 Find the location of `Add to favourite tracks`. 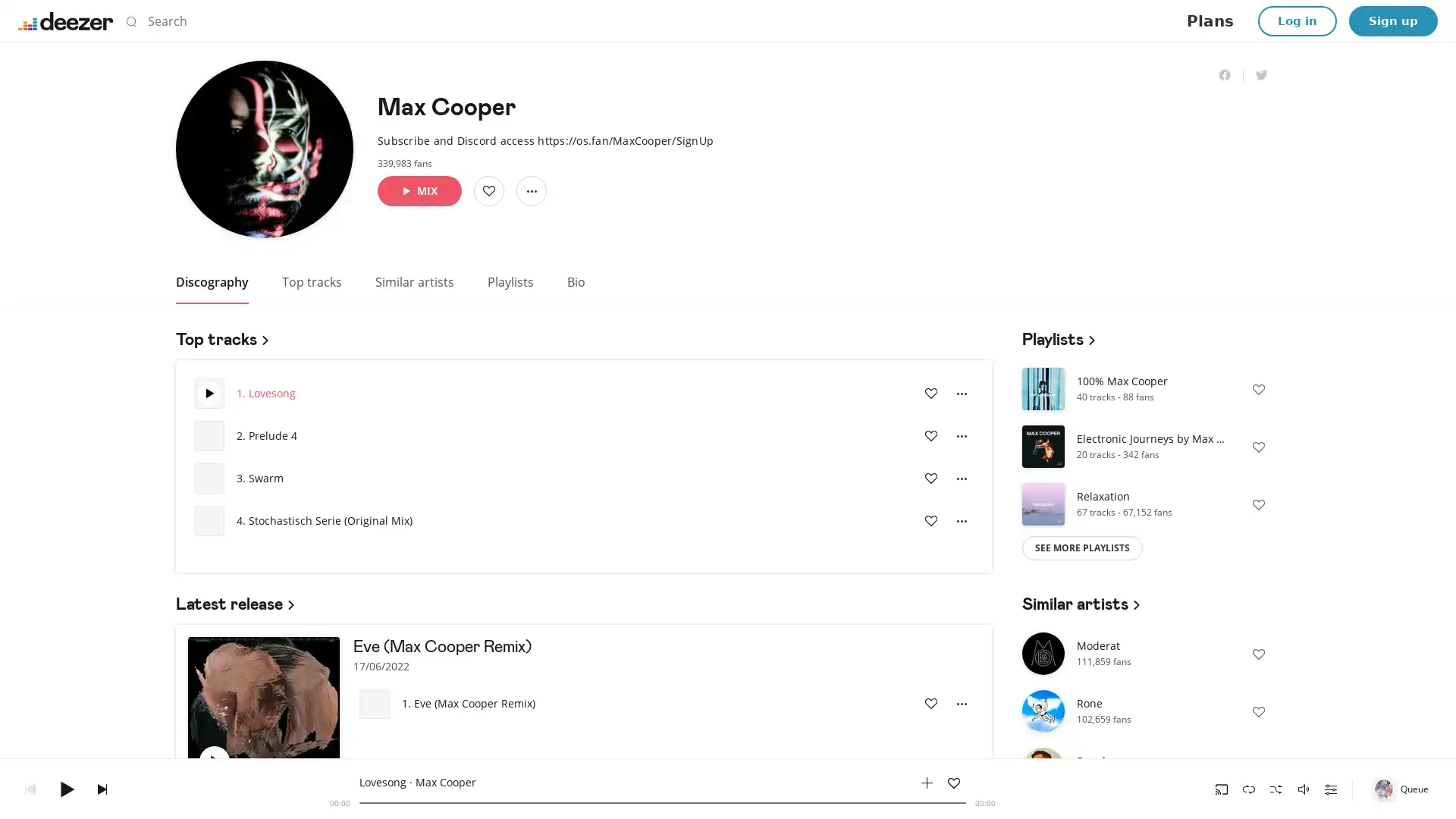

Add to favourite tracks is located at coordinates (930, 704).